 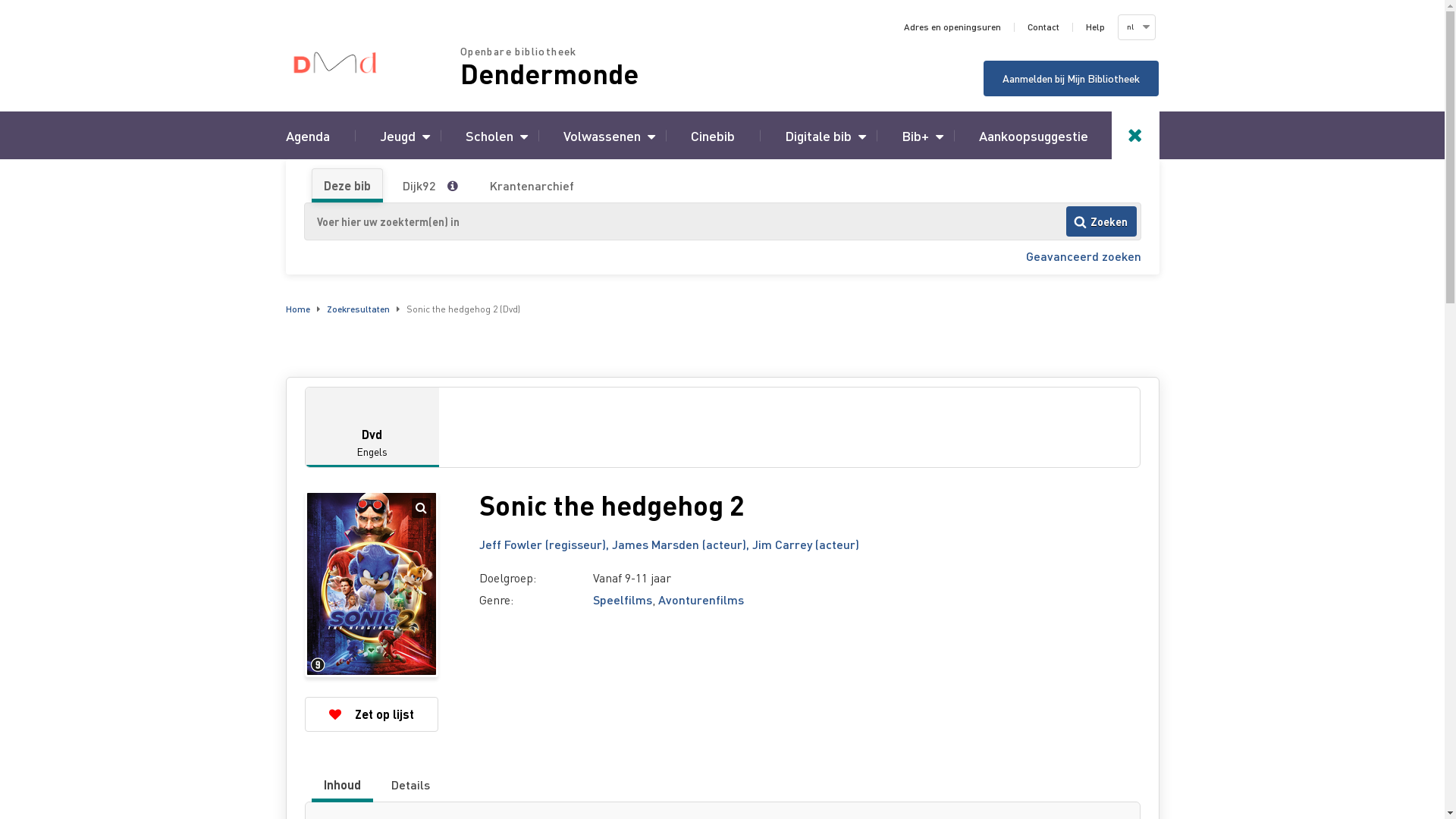 I want to click on 'Zoeken', so click(x=1101, y=221).